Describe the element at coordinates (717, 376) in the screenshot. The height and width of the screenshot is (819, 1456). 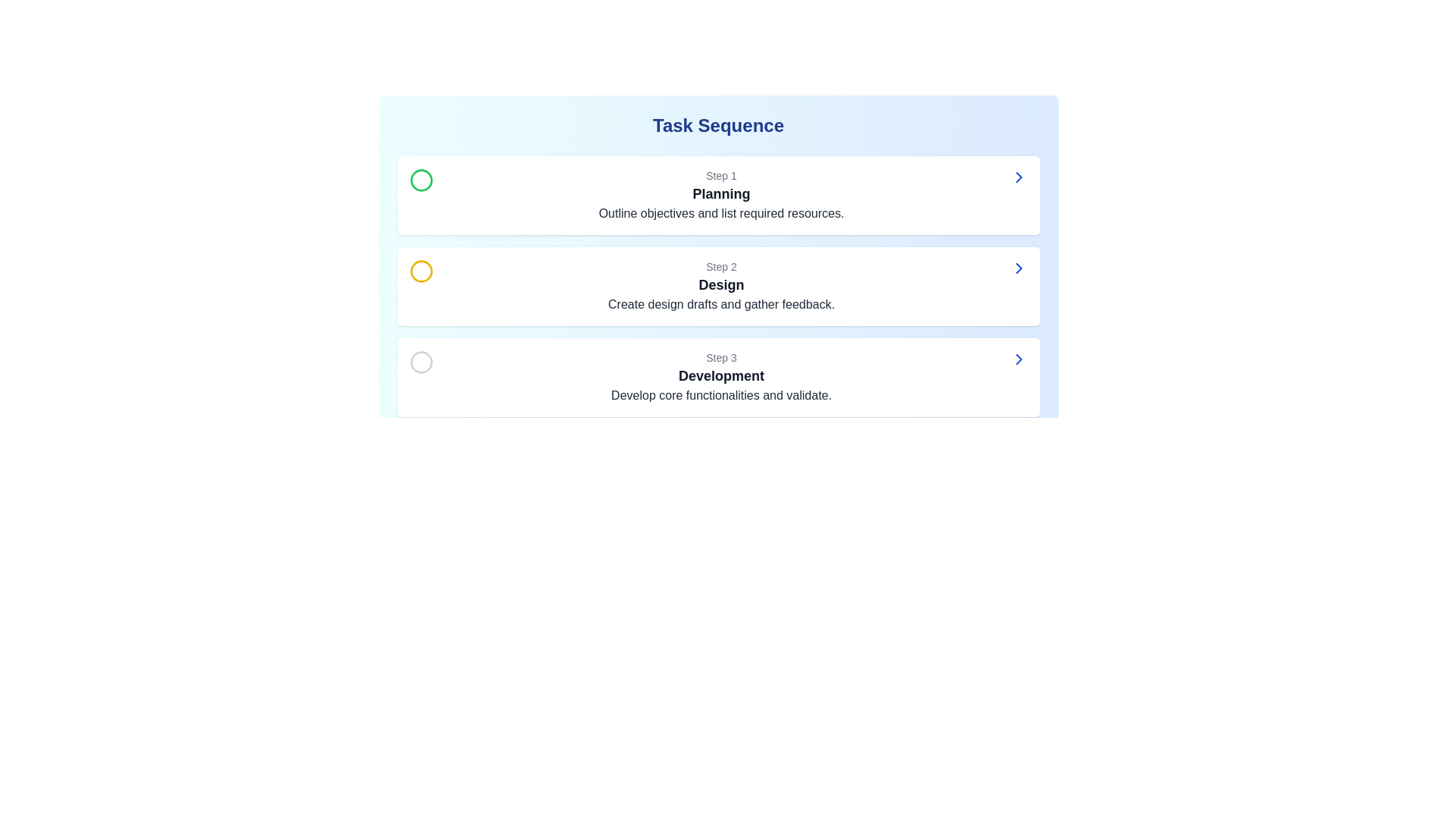
I see `the 'Development' card element, which is the third card in the Task Sequence section` at that location.